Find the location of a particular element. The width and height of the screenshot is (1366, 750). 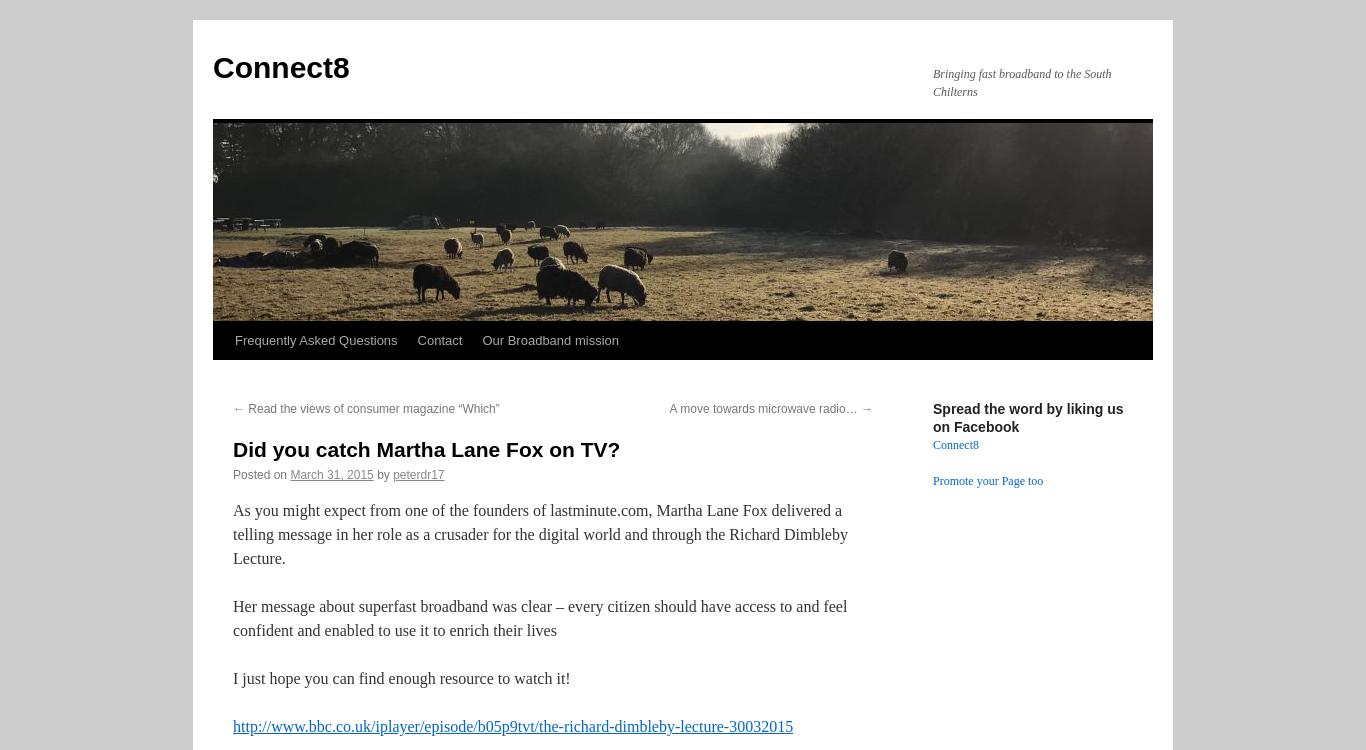

'Posted on' is located at coordinates (259, 473).